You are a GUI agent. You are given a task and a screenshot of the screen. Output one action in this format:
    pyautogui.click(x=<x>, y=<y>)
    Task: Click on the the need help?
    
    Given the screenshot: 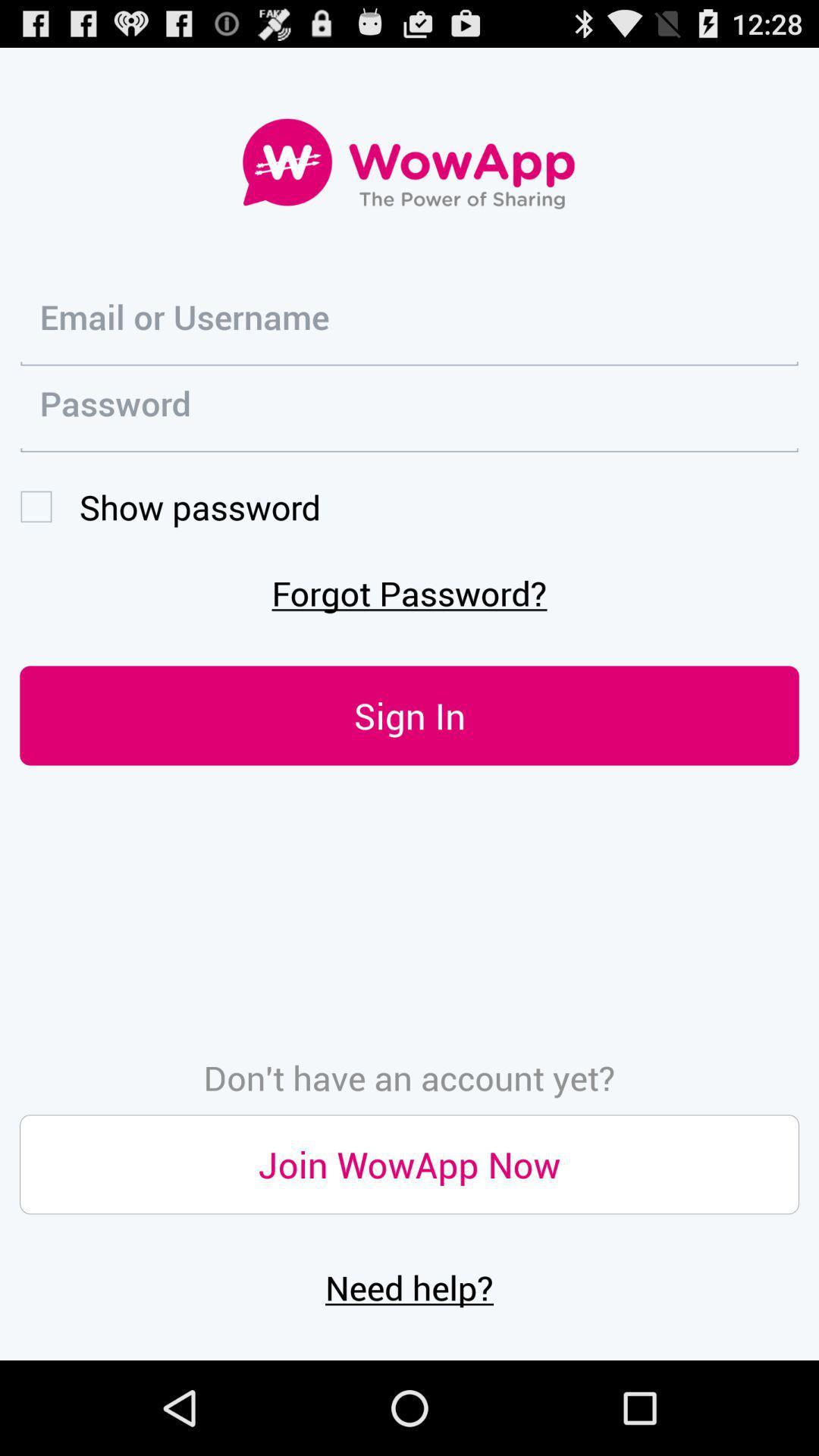 What is the action you would take?
    pyautogui.click(x=409, y=1286)
    